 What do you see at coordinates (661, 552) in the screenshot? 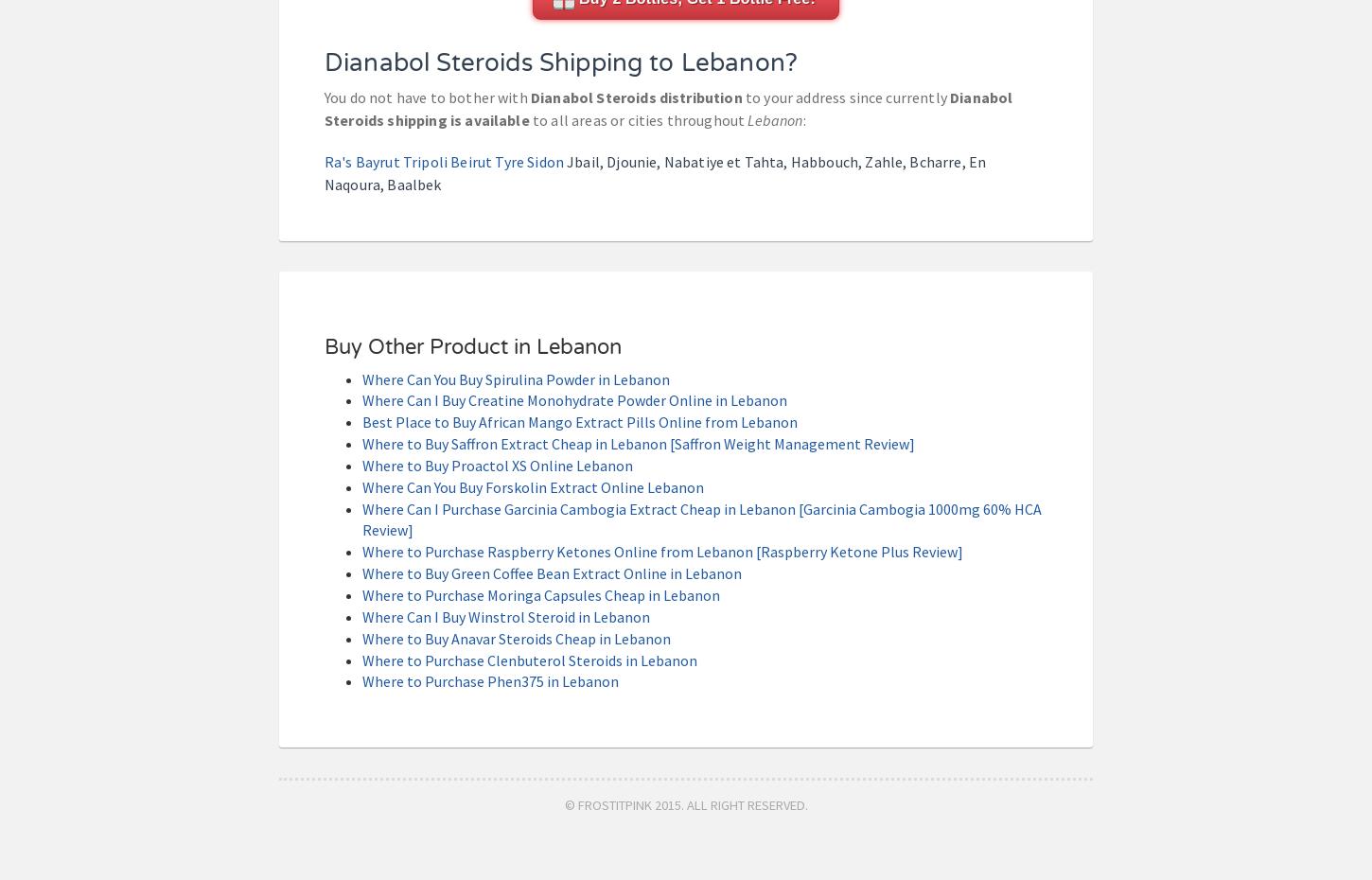
I see `'Where to Purchase Raspberry Ketones Online from Lebanon [Raspberry Ketone Plus Review]'` at bounding box center [661, 552].